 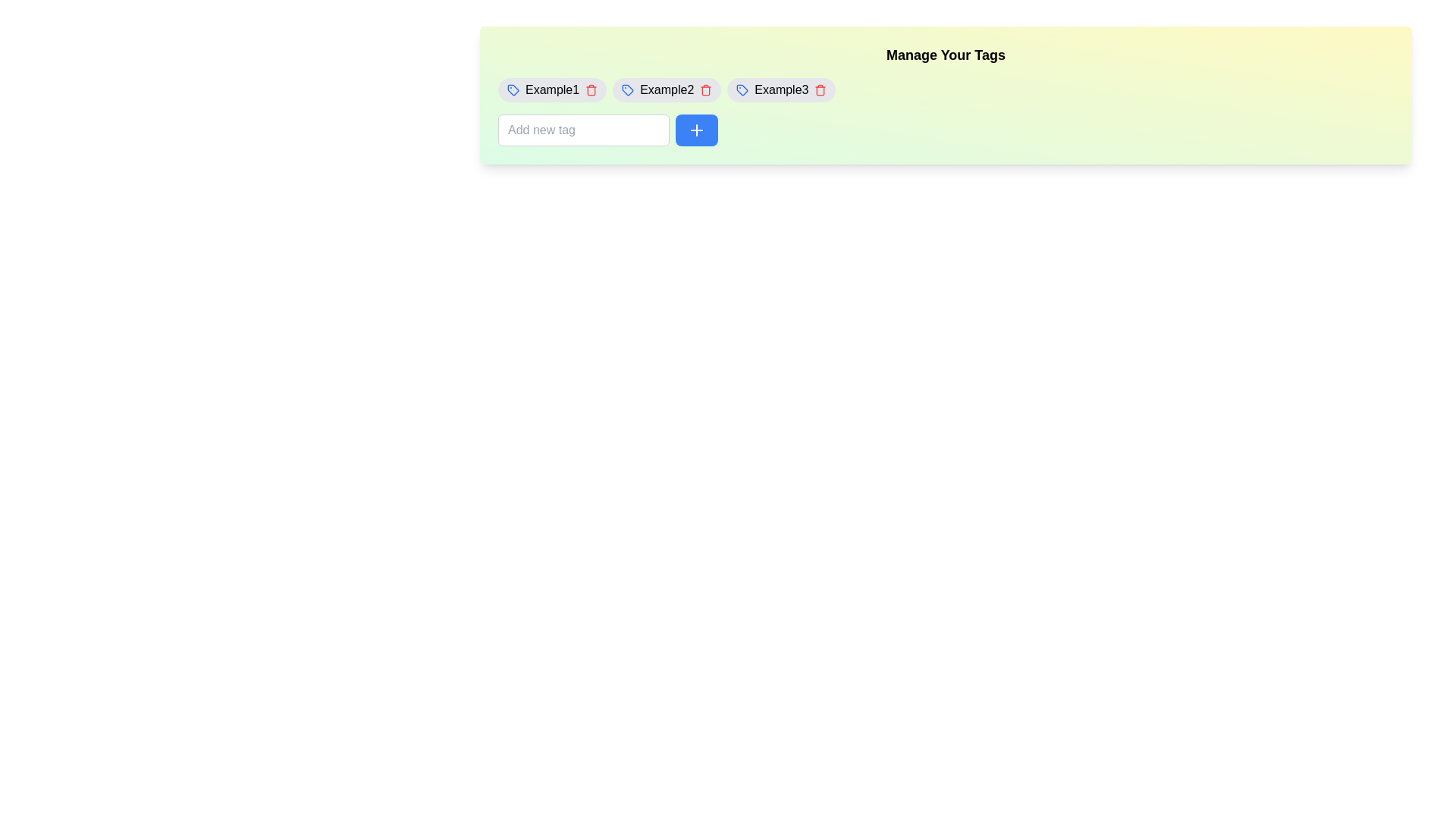 What do you see at coordinates (628, 90) in the screenshot?
I see `the tag-shaped icon preceding the text 'Example2' in the tag management section, located near the top center of the interface` at bounding box center [628, 90].